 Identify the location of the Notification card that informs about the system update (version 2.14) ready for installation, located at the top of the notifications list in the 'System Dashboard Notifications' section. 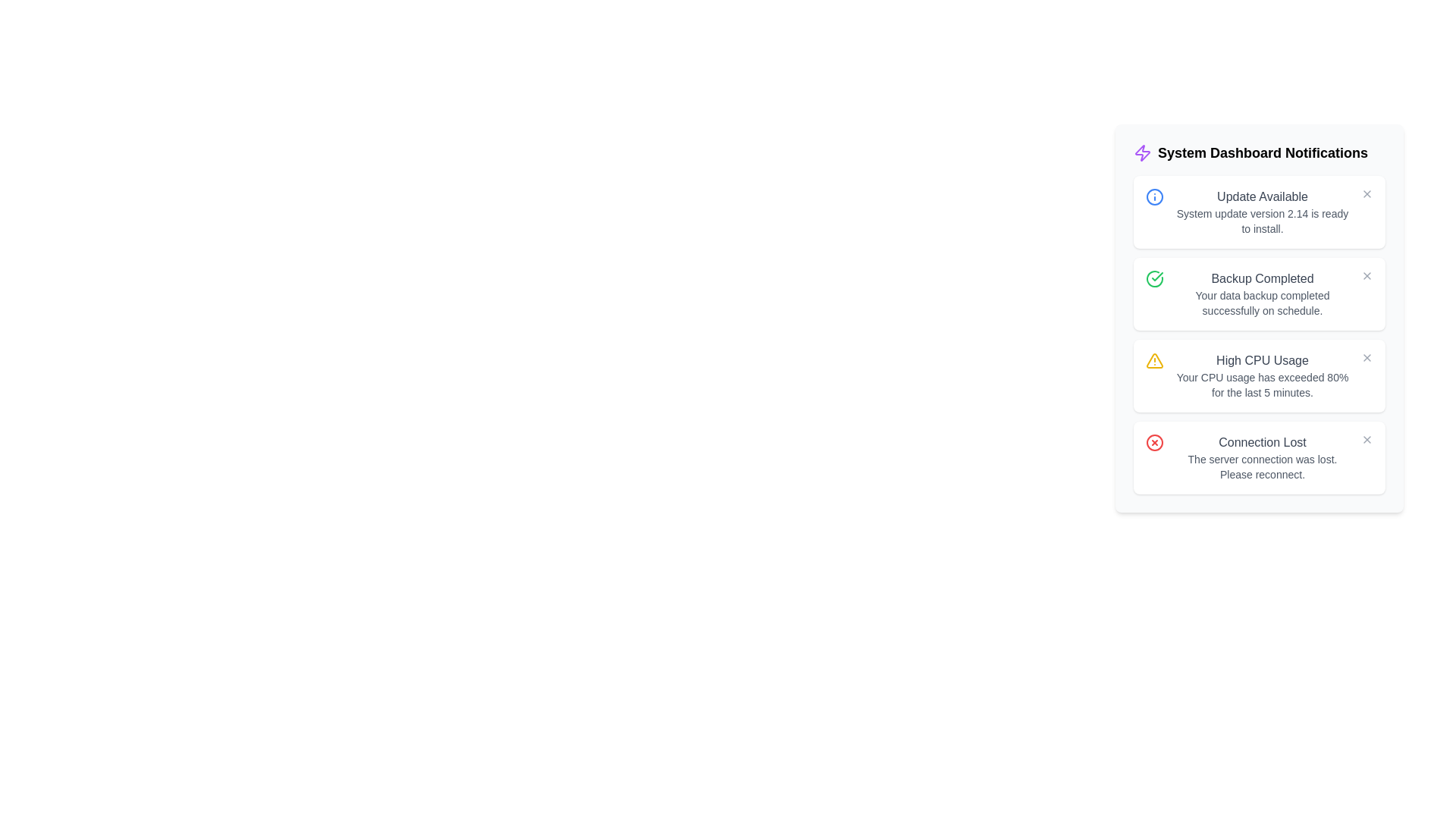
(1259, 212).